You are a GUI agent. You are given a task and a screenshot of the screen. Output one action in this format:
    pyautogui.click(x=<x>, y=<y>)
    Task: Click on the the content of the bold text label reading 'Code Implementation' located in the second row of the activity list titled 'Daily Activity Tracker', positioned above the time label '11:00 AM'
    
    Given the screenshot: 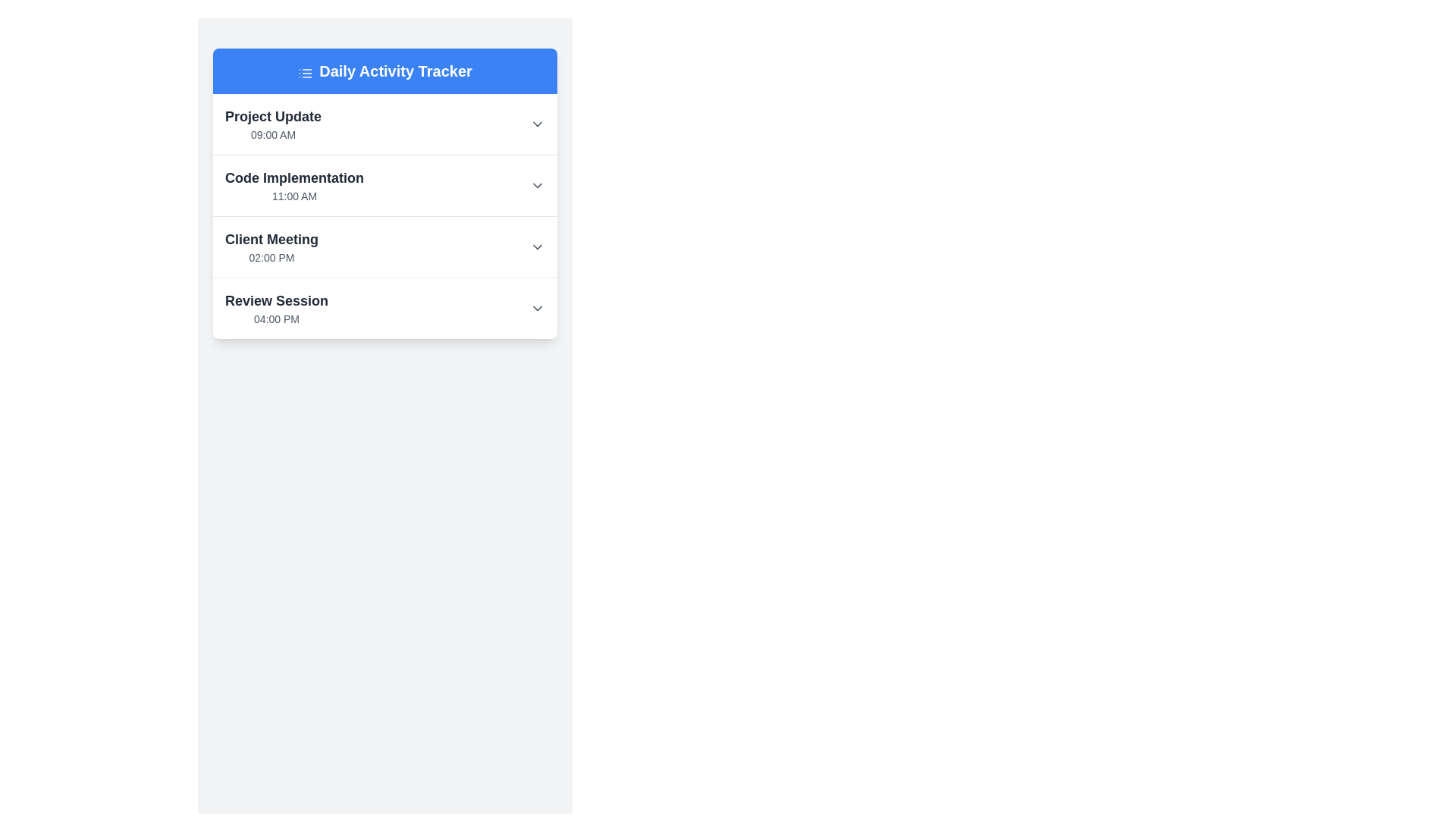 What is the action you would take?
    pyautogui.click(x=294, y=177)
    